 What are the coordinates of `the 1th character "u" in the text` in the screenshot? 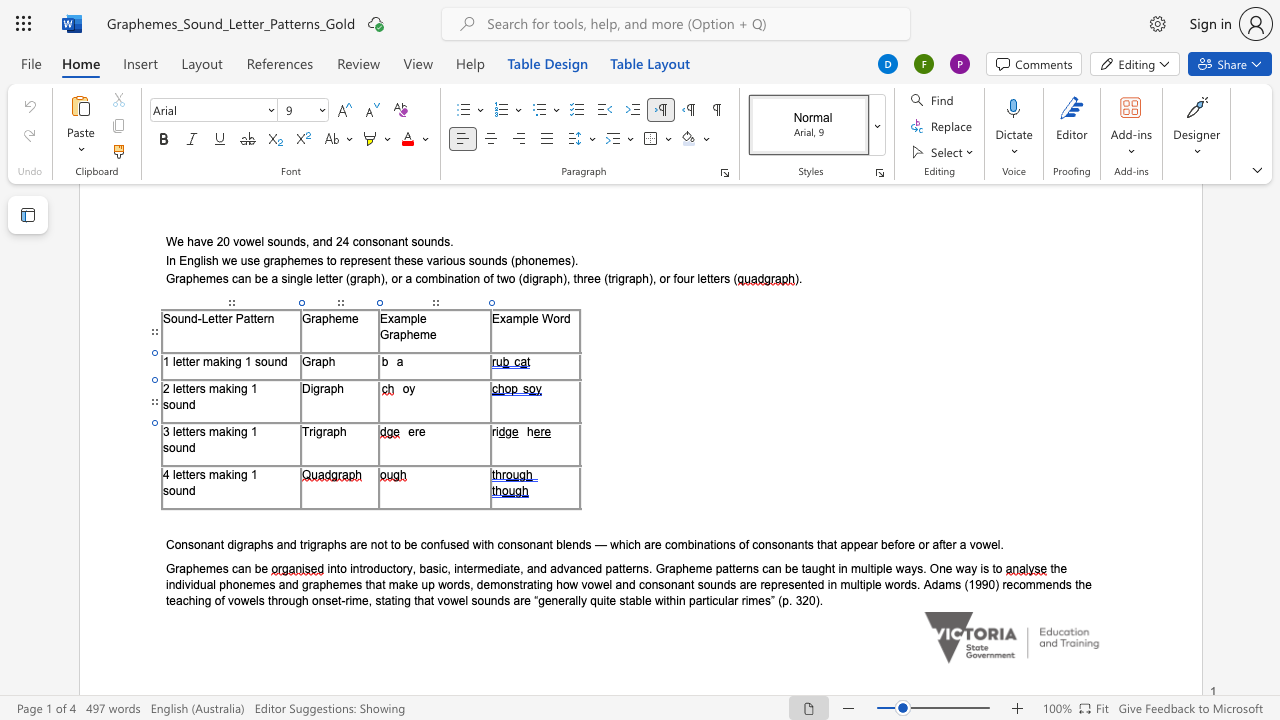 It's located at (179, 446).